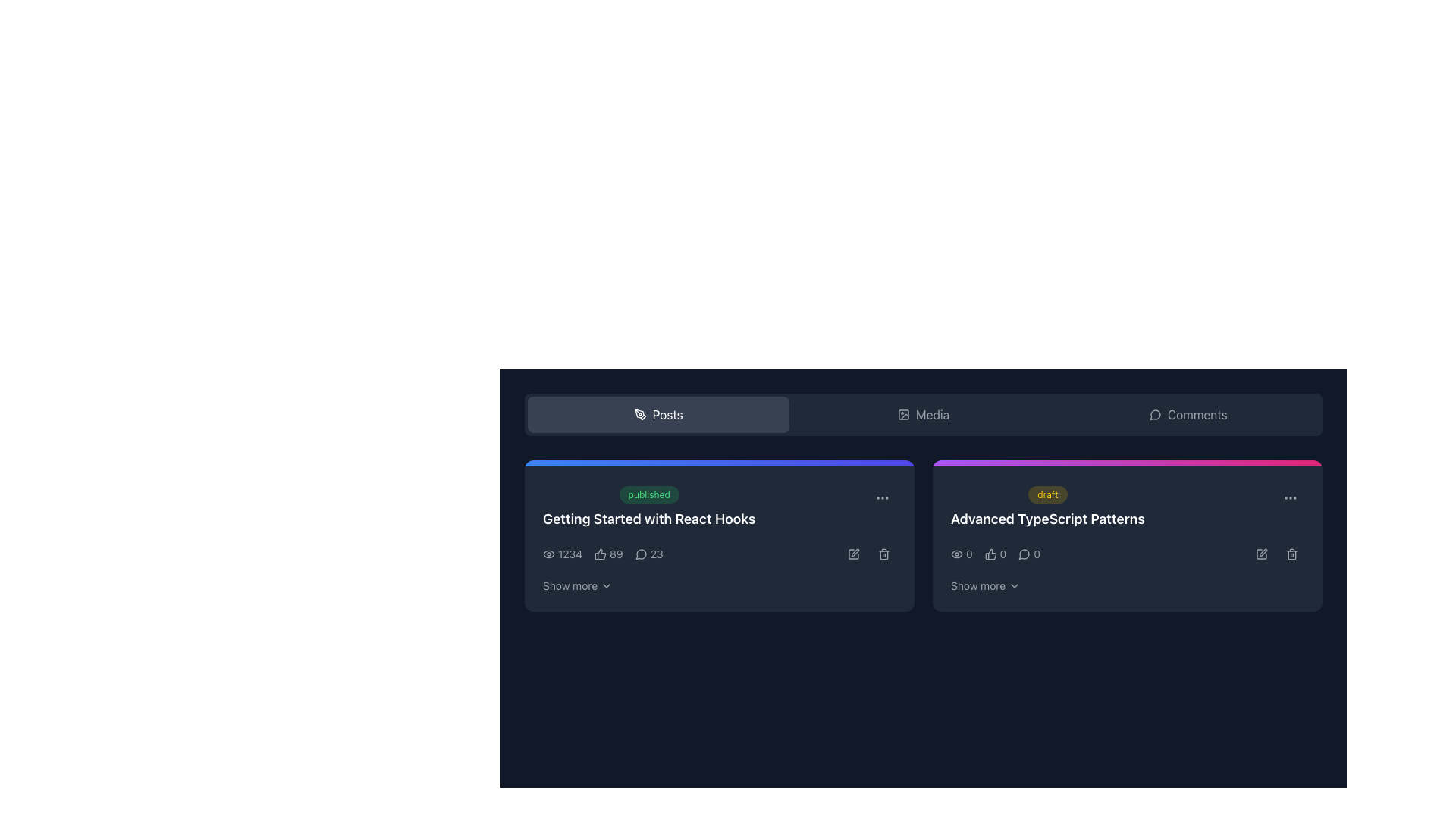  Describe the element at coordinates (961, 554) in the screenshot. I see `the view counter with an eye-shaped icon displaying '0' located in the bottom left area of the card titled 'Advanced TypeScript Patterns'` at that location.